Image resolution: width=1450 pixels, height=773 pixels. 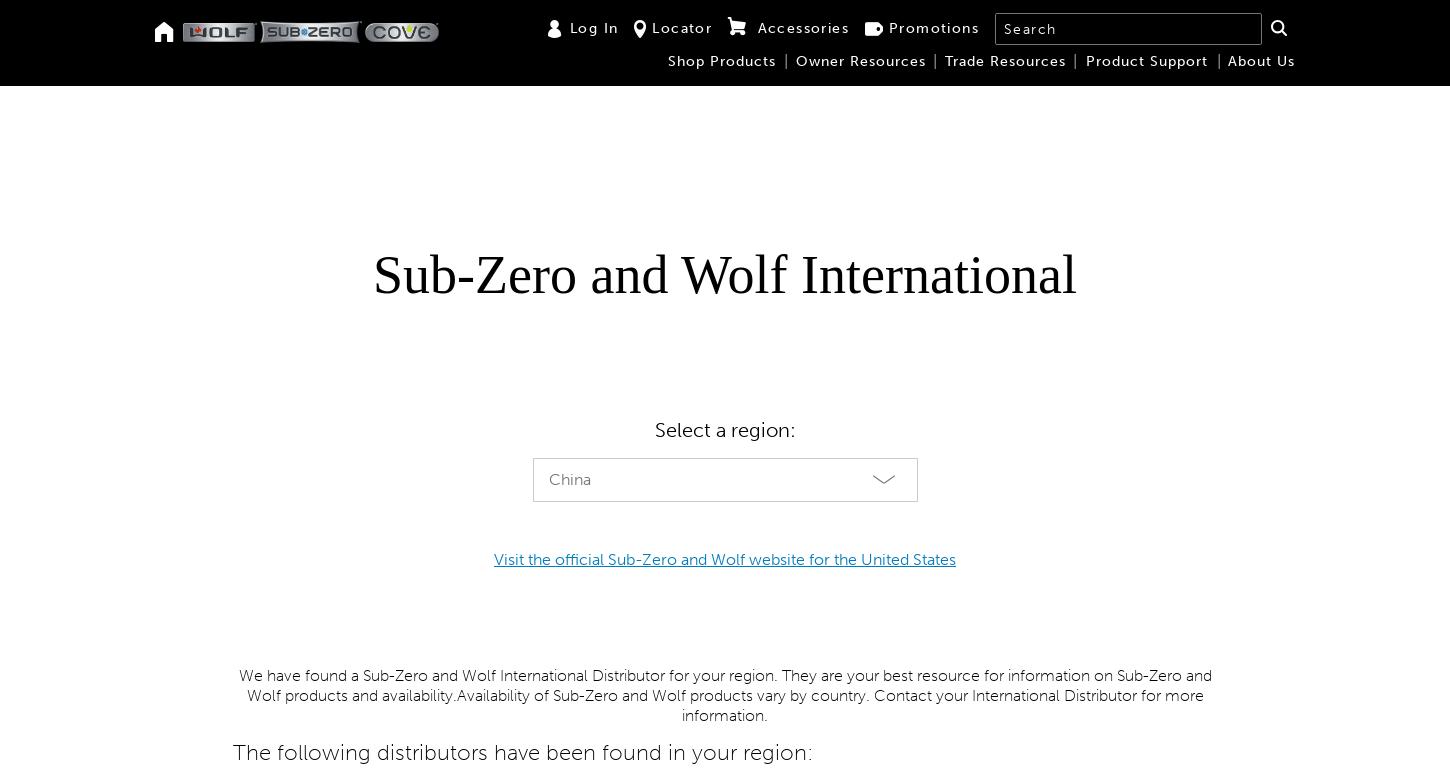 I want to click on 'Trade Shows', so click(x=371, y=174).